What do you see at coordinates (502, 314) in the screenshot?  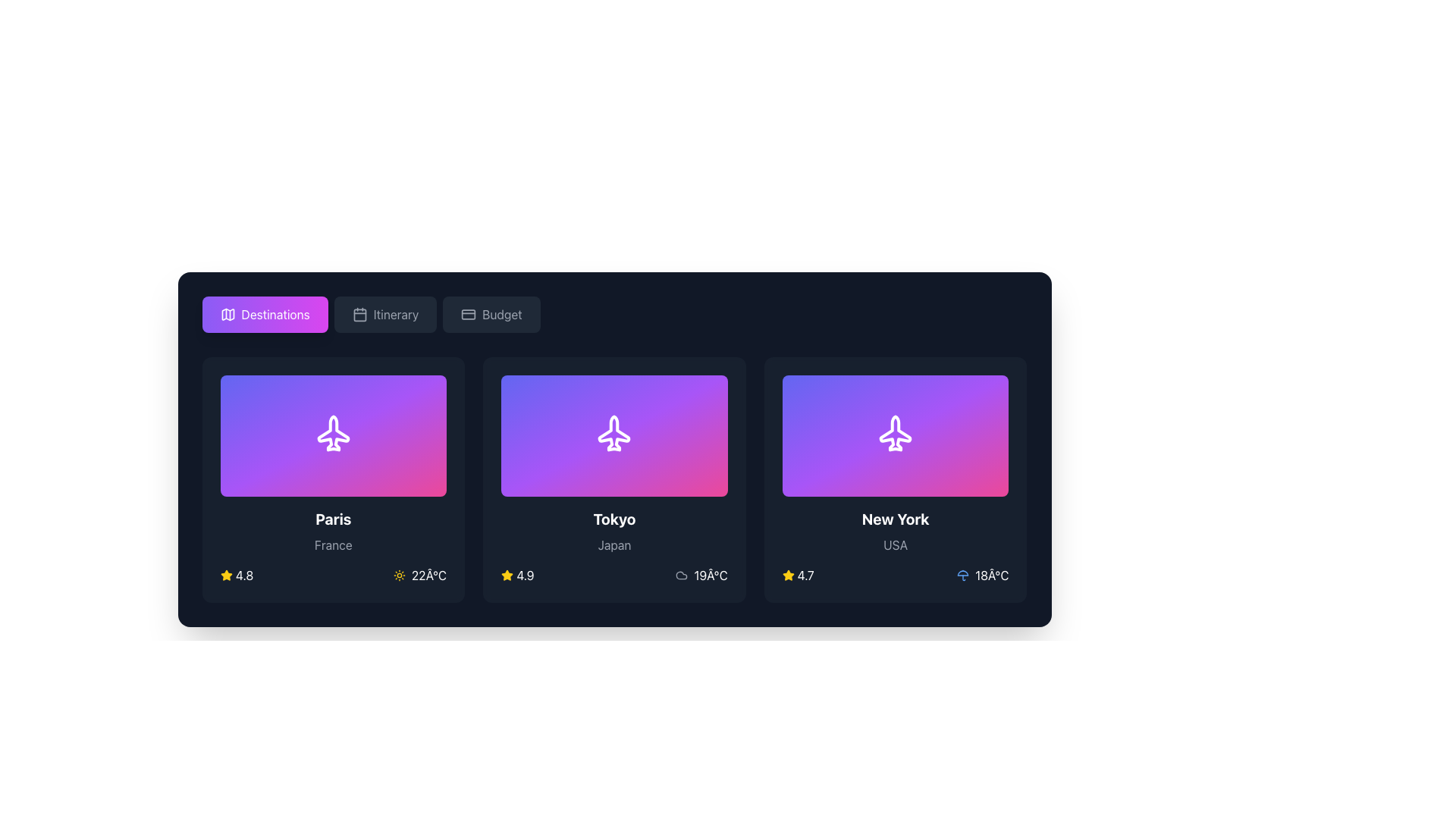 I see `the text label displaying 'Budget', which is the third button from the left in a row of navigation buttons, to trigger any hover effects` at bounding box center [502, 314].